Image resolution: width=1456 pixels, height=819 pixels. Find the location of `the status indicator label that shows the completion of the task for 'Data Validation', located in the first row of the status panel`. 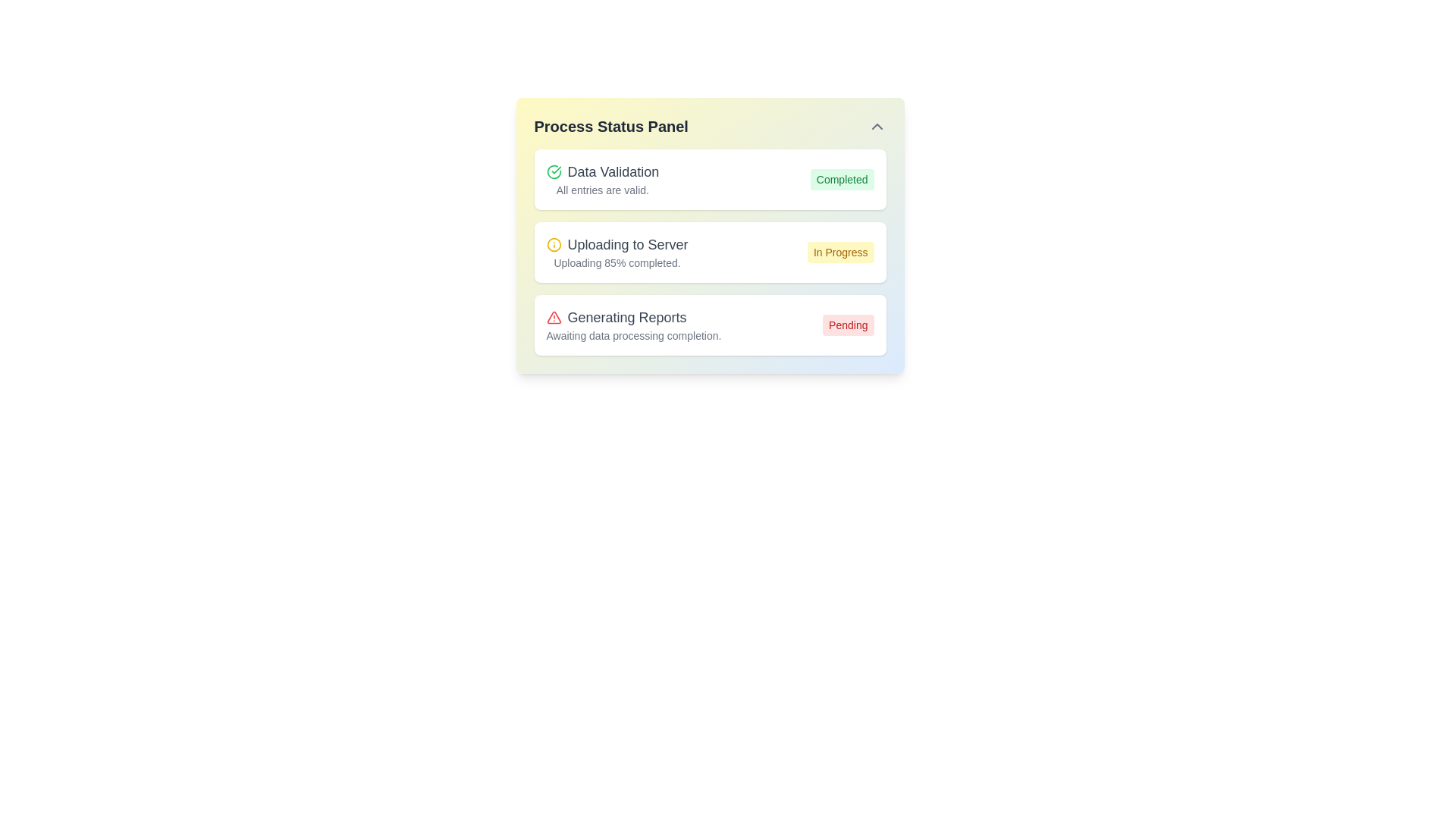

the status indicator label that shows the completion of the task for 'Data Validation', located in the first row of the status panel is located at coordinates (841, 178).